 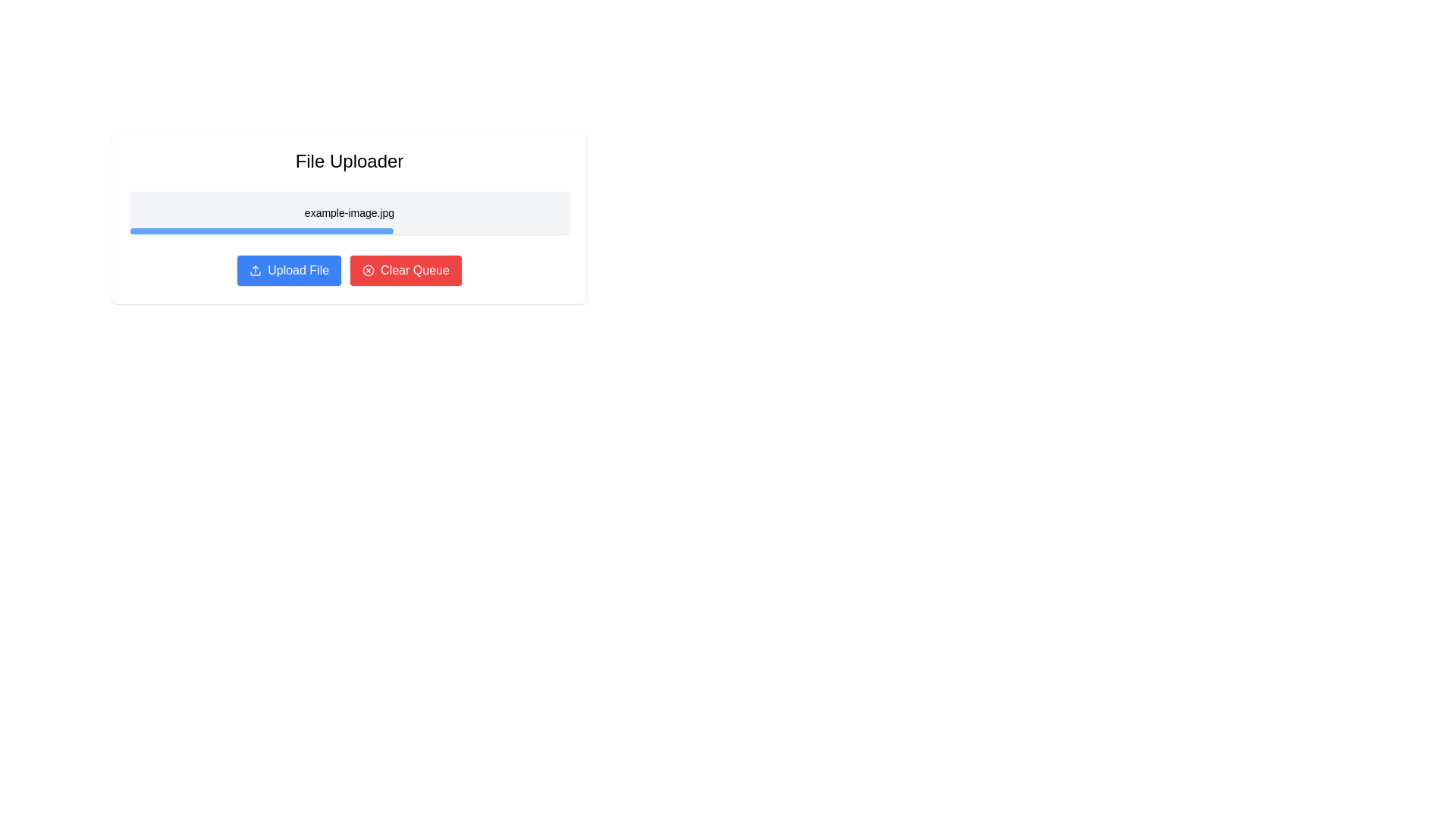 What do you see at coordinates (288, 270) in the screenshot?
I see `the first button on the left side of the interface to initiate a file upload` at bounding box center [288, 270].